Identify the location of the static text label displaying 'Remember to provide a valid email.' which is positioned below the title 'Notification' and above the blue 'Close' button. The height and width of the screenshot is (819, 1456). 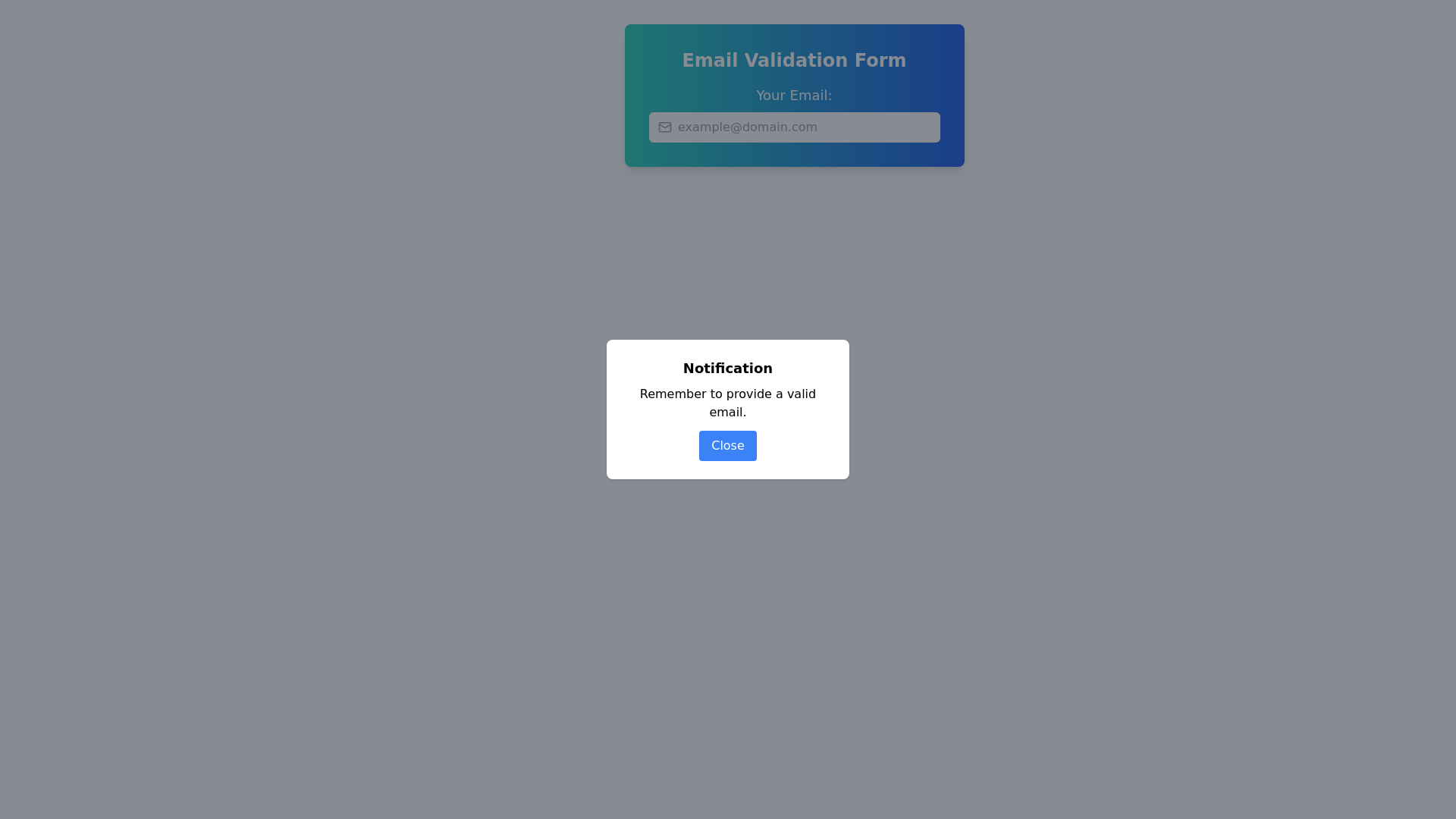
(728, 403).